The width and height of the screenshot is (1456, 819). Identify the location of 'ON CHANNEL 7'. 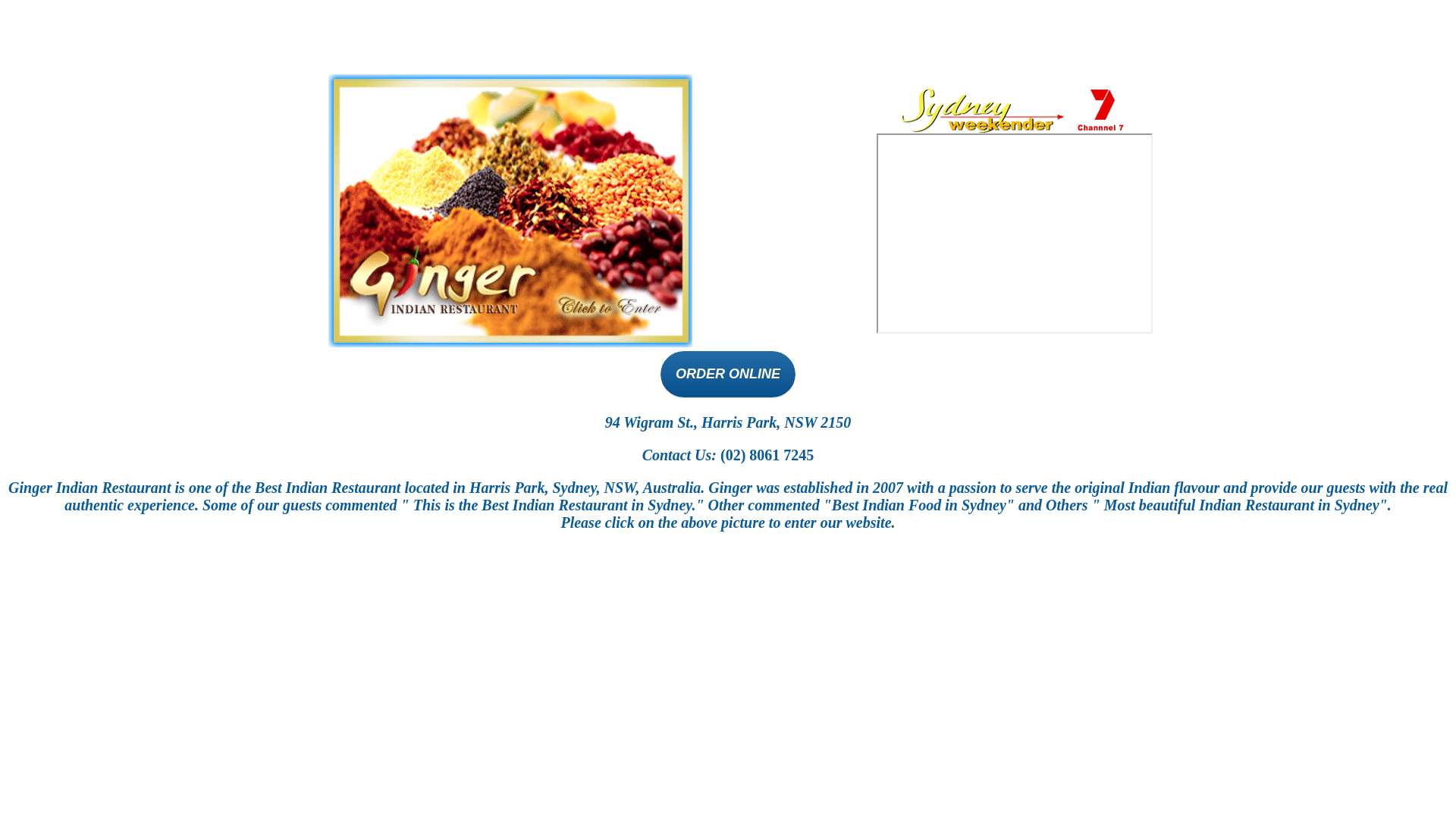
(1015, 234).